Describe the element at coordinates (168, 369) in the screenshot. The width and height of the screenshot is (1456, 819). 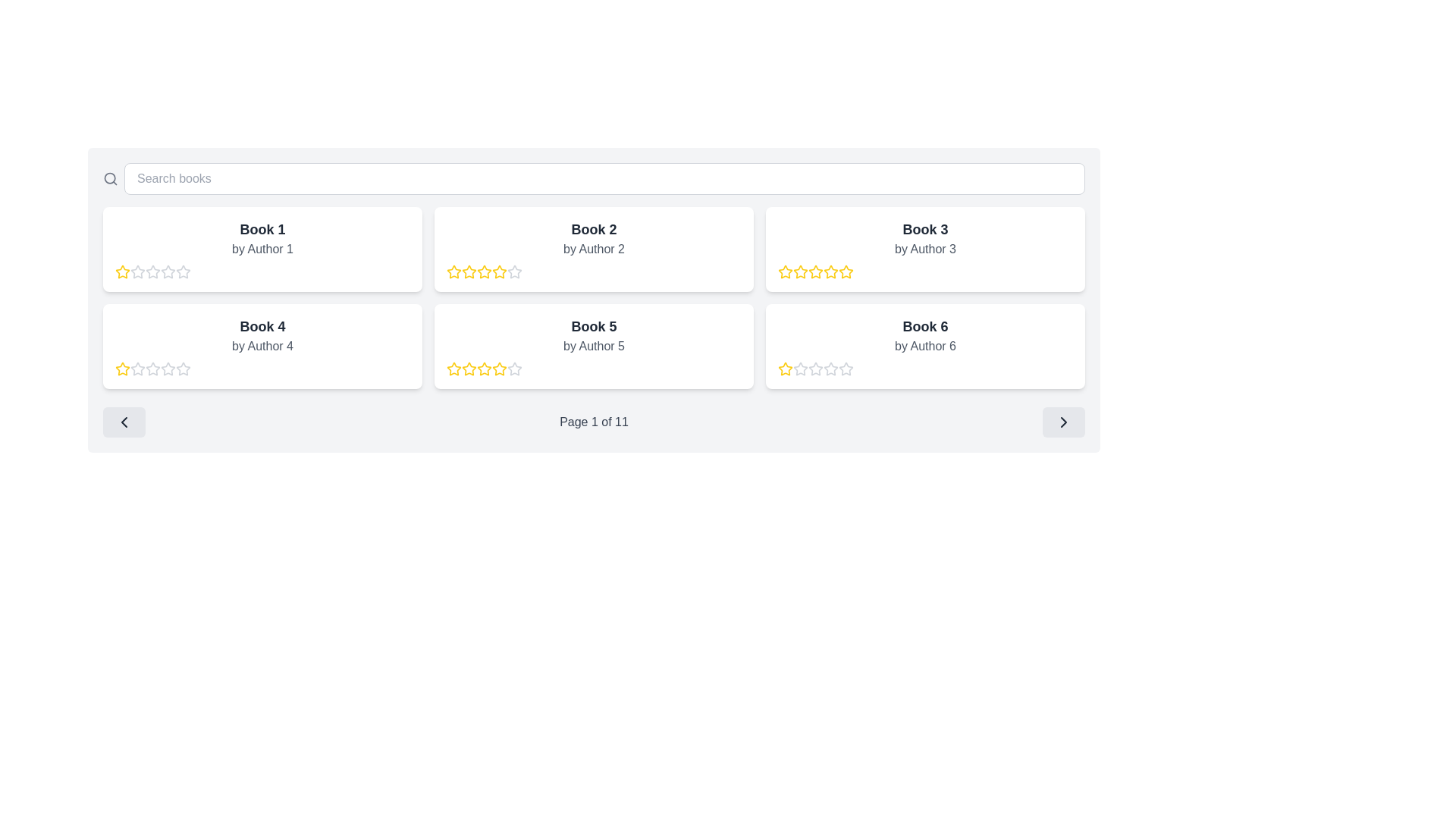
I see `the third Rating Star Icon in gray color located under the title 'Book 4' and the author name 'by Author 4'` at that location.